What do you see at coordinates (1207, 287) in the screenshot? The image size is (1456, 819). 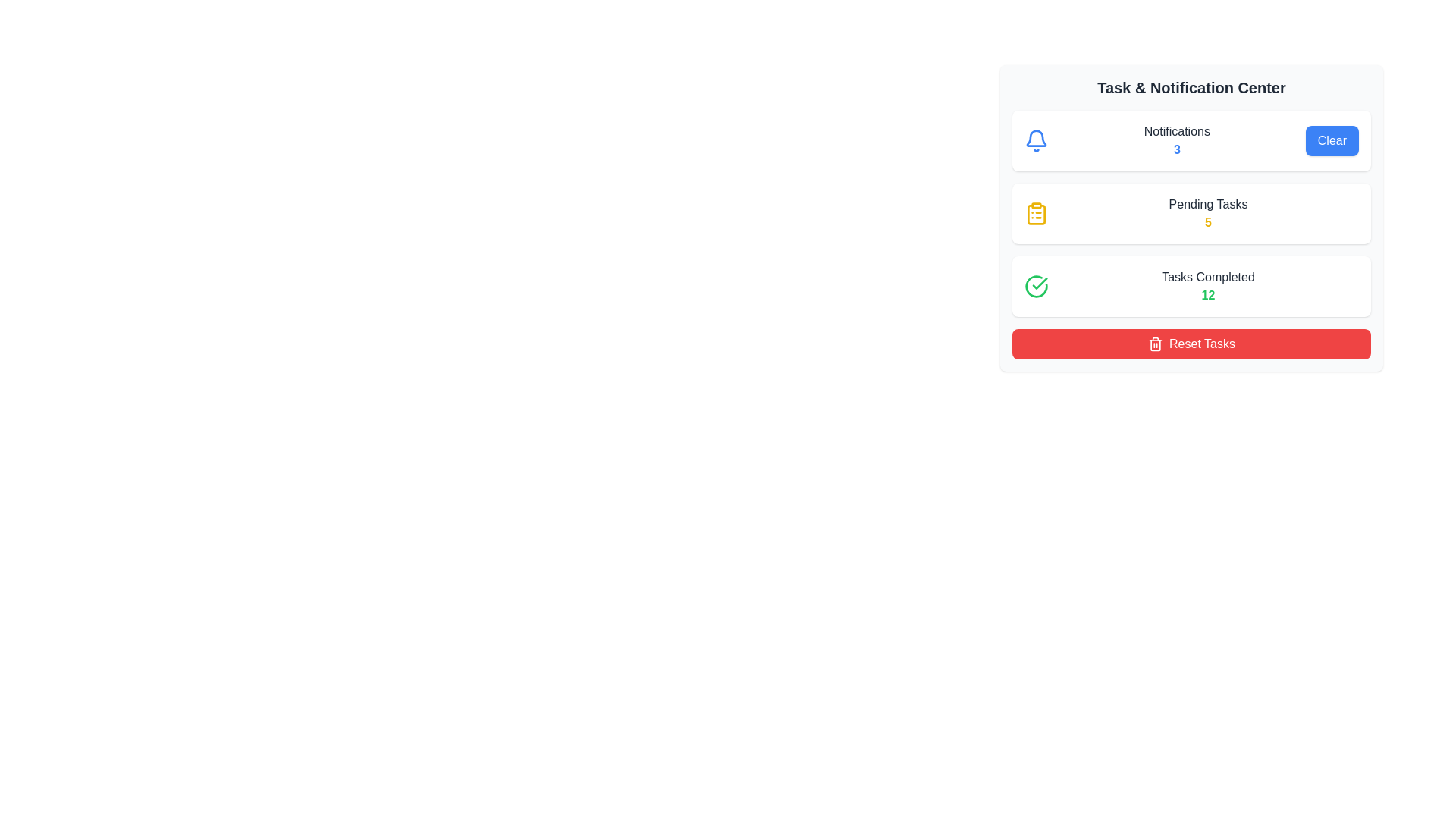 I see `the Text Display that shows the count of completed tasks located in the 'Task & Notification Center' card, positioned to the right of a circular green check icon` at bounding box center [1207, 287].